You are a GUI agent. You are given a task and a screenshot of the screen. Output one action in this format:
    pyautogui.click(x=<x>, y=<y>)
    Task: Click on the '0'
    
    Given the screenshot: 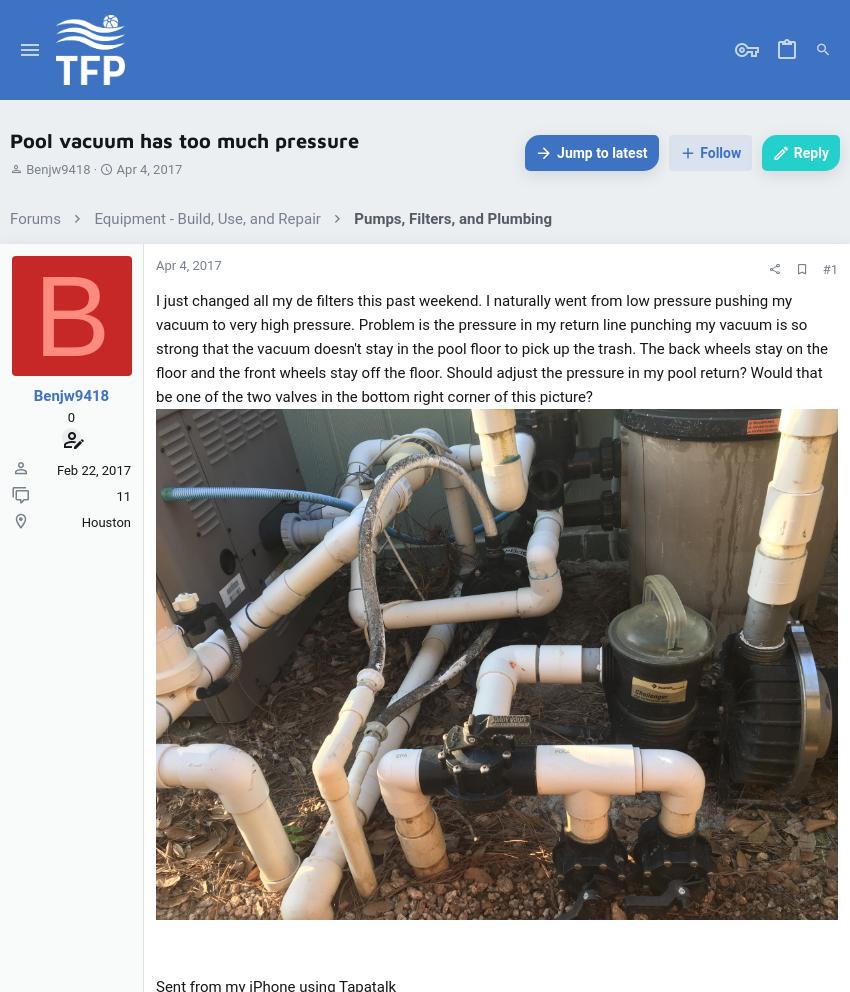 What is the action you would take?
    pyautogui.click(x=70, y=415)
    